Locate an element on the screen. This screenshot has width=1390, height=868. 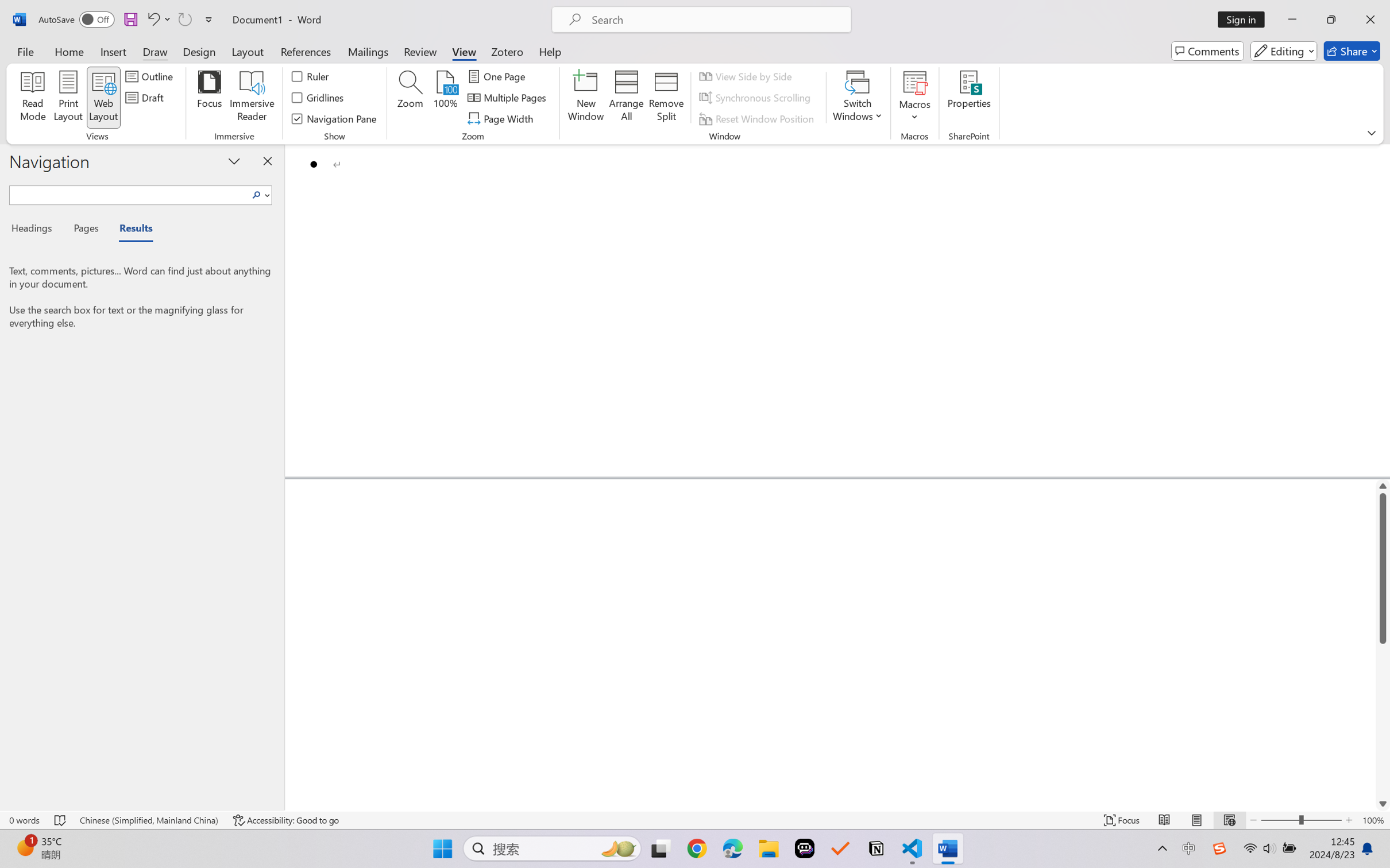
'Headings' is located at coordinates (35, 230).